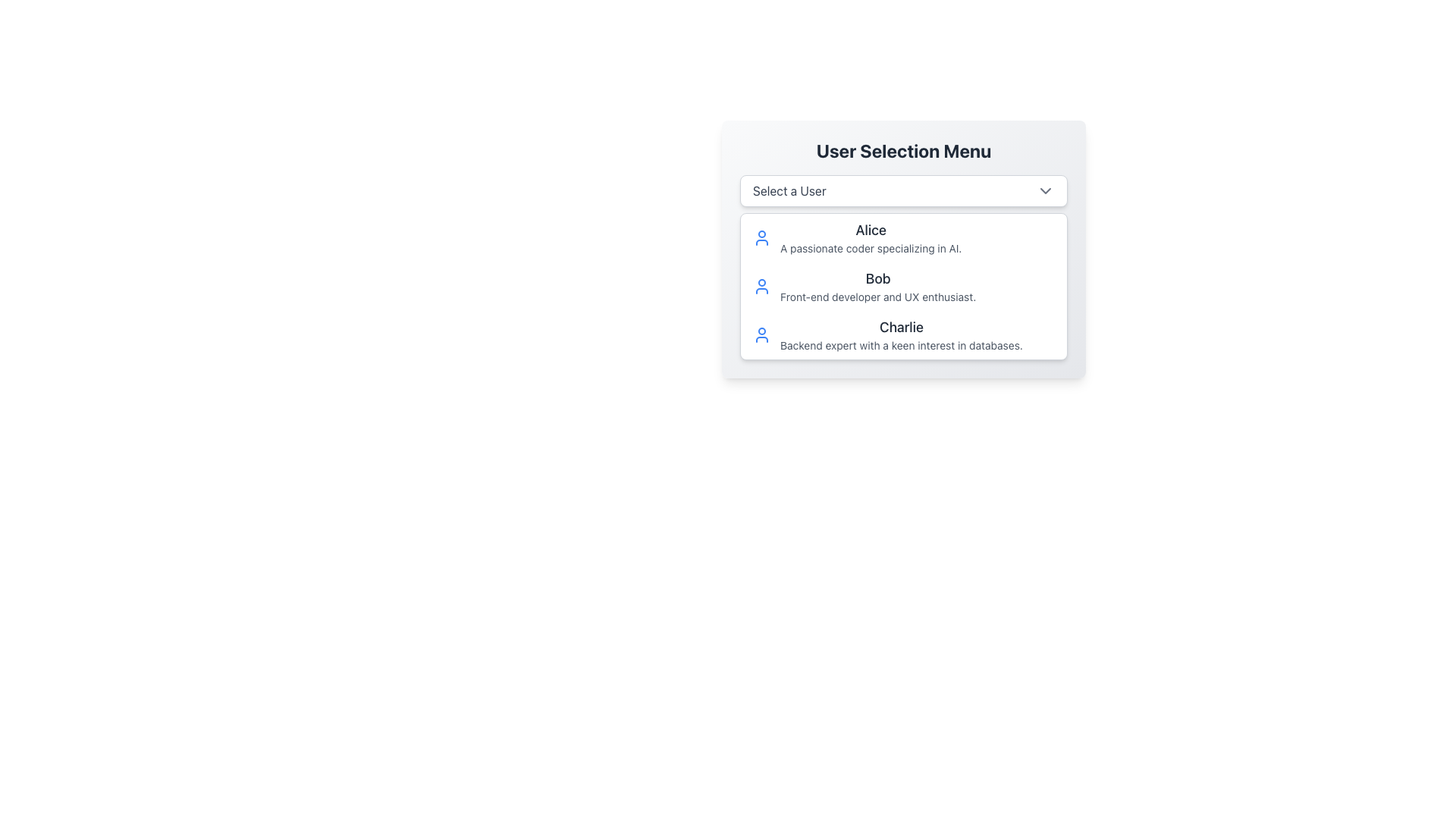 The image size is (1456, 819). Describe the element at coordinates (761, 334) in the screenshot. I see `the user icon representing 'Charlie', a blue vector graphic with a circular head and stylized torso, located at the leftmost side of the highlighted row` at that location.